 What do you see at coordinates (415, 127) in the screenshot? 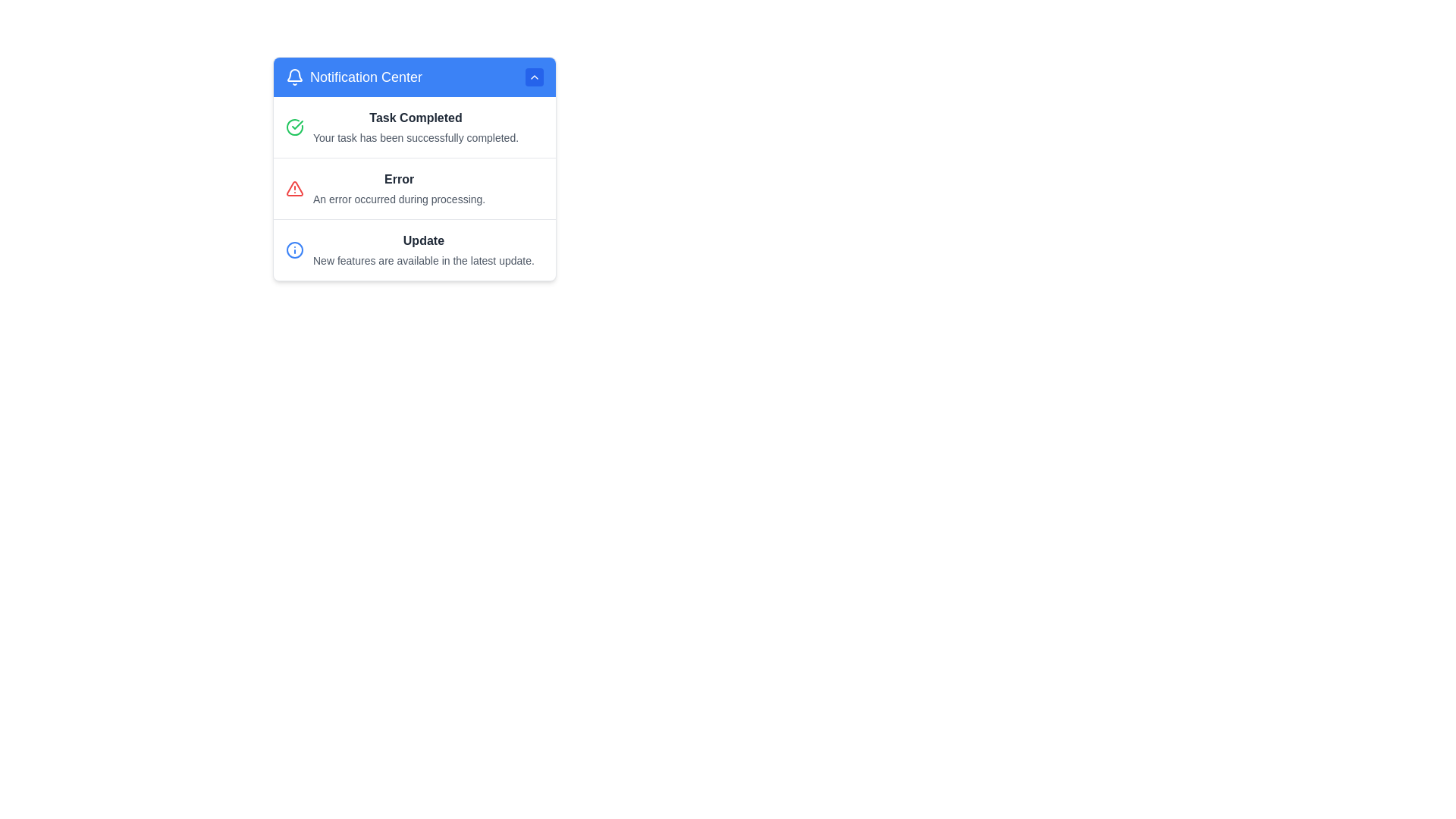
I see `the Notification Item that indicates a task has been successfully completed, located at the top of the Notification Center list` at bounding box center [415, 127].